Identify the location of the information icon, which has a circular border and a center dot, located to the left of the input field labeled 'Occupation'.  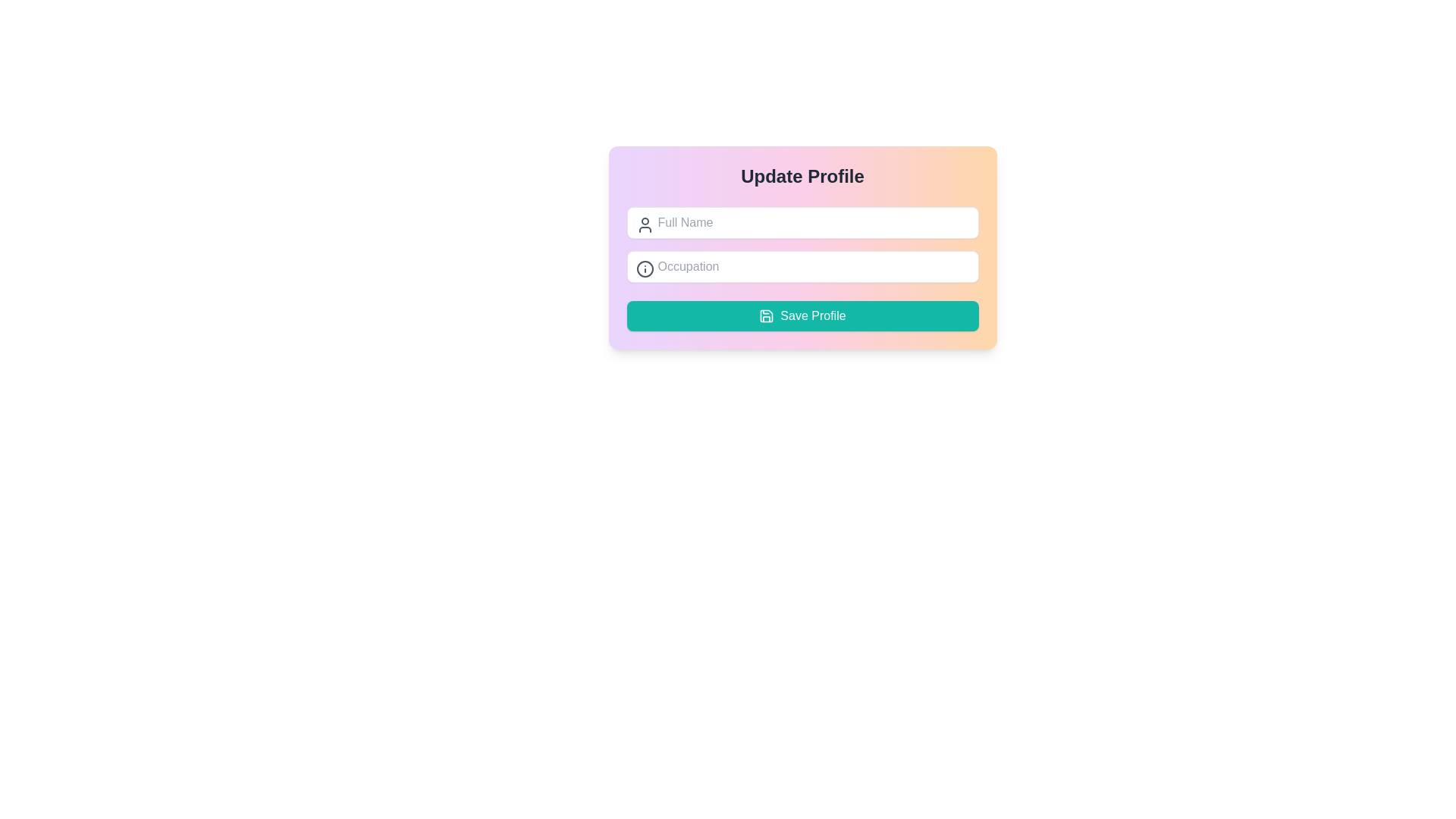
(645, 268).